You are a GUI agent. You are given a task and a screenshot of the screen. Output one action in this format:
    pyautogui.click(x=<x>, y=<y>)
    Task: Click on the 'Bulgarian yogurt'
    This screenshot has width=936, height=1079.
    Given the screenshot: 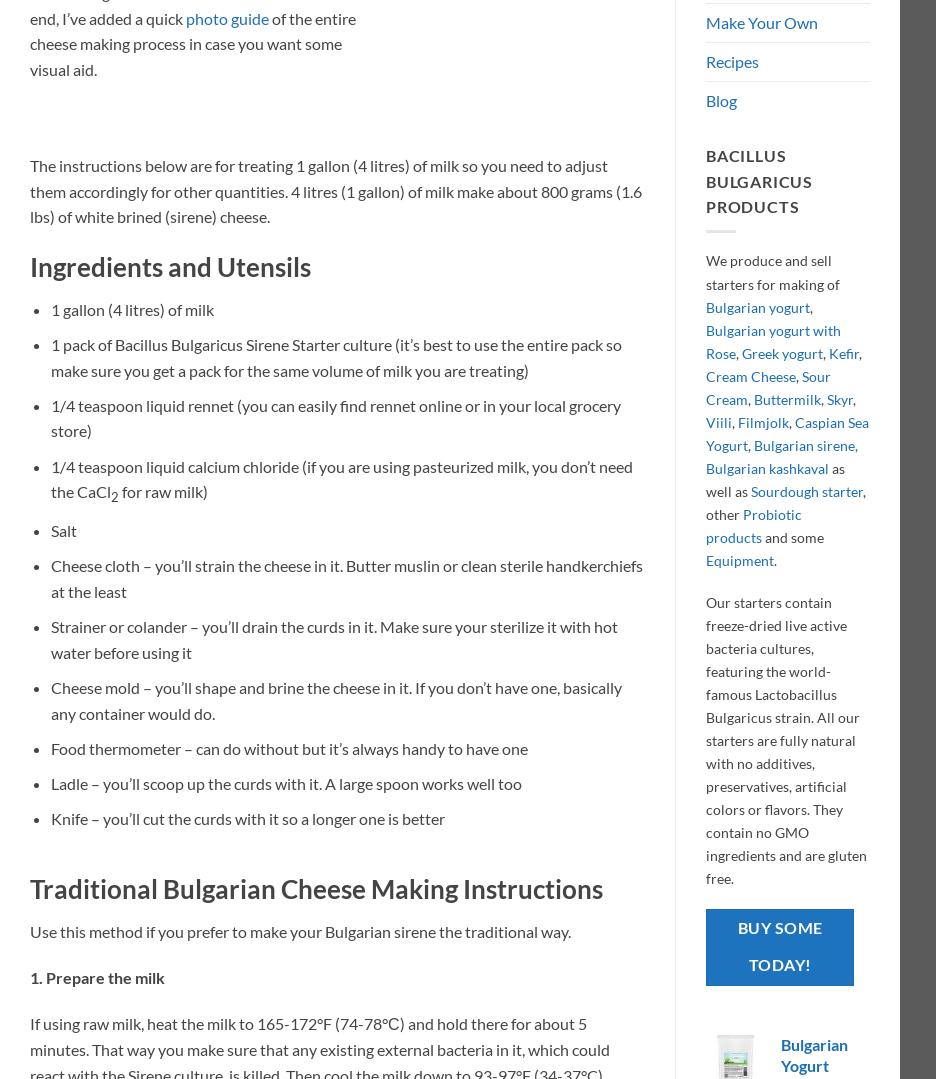 What is the action you would take?
    pyautogui.click(x=757, y=305)
    